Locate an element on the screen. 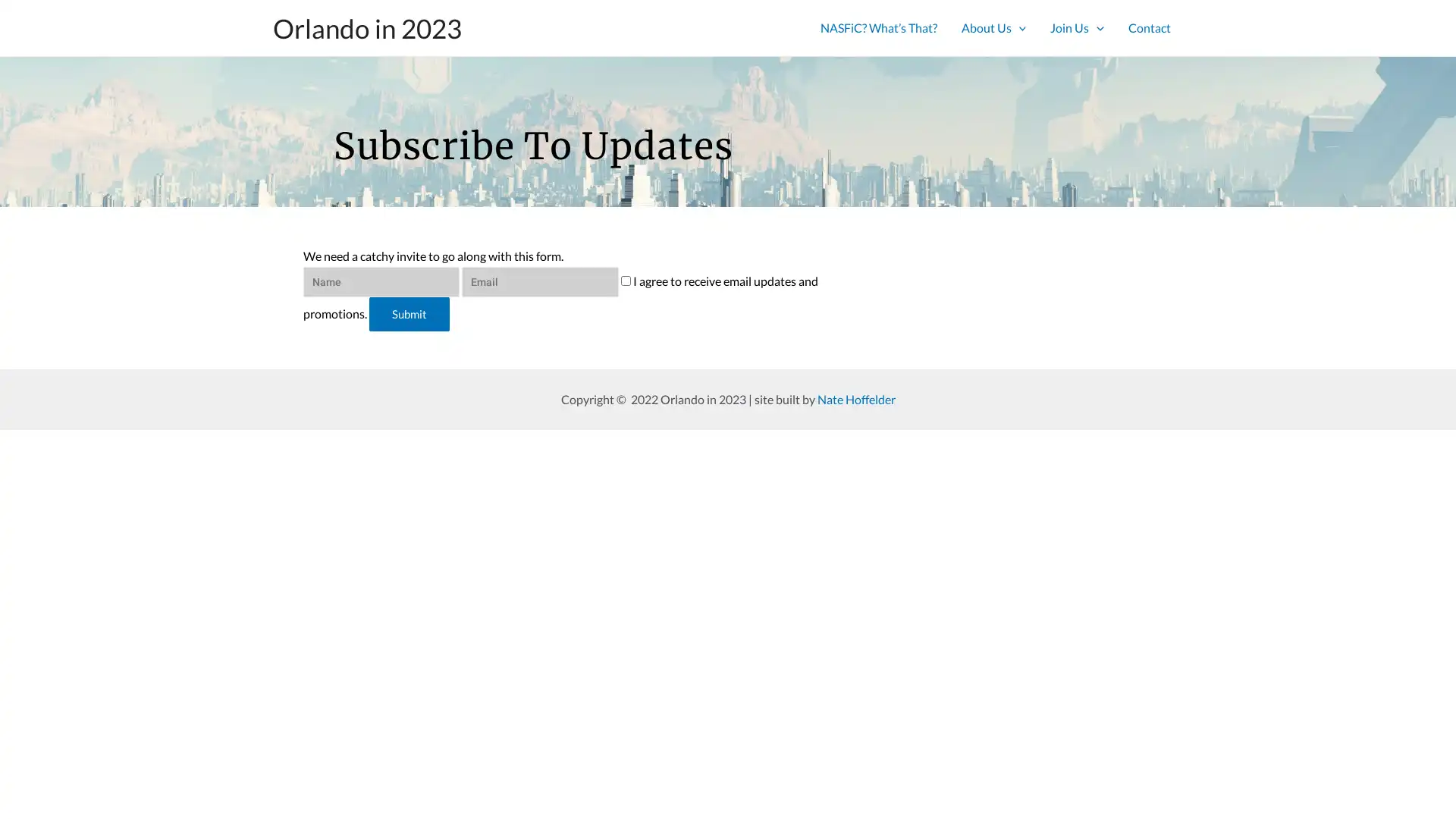  Submit is located at coordinates (409, 315).